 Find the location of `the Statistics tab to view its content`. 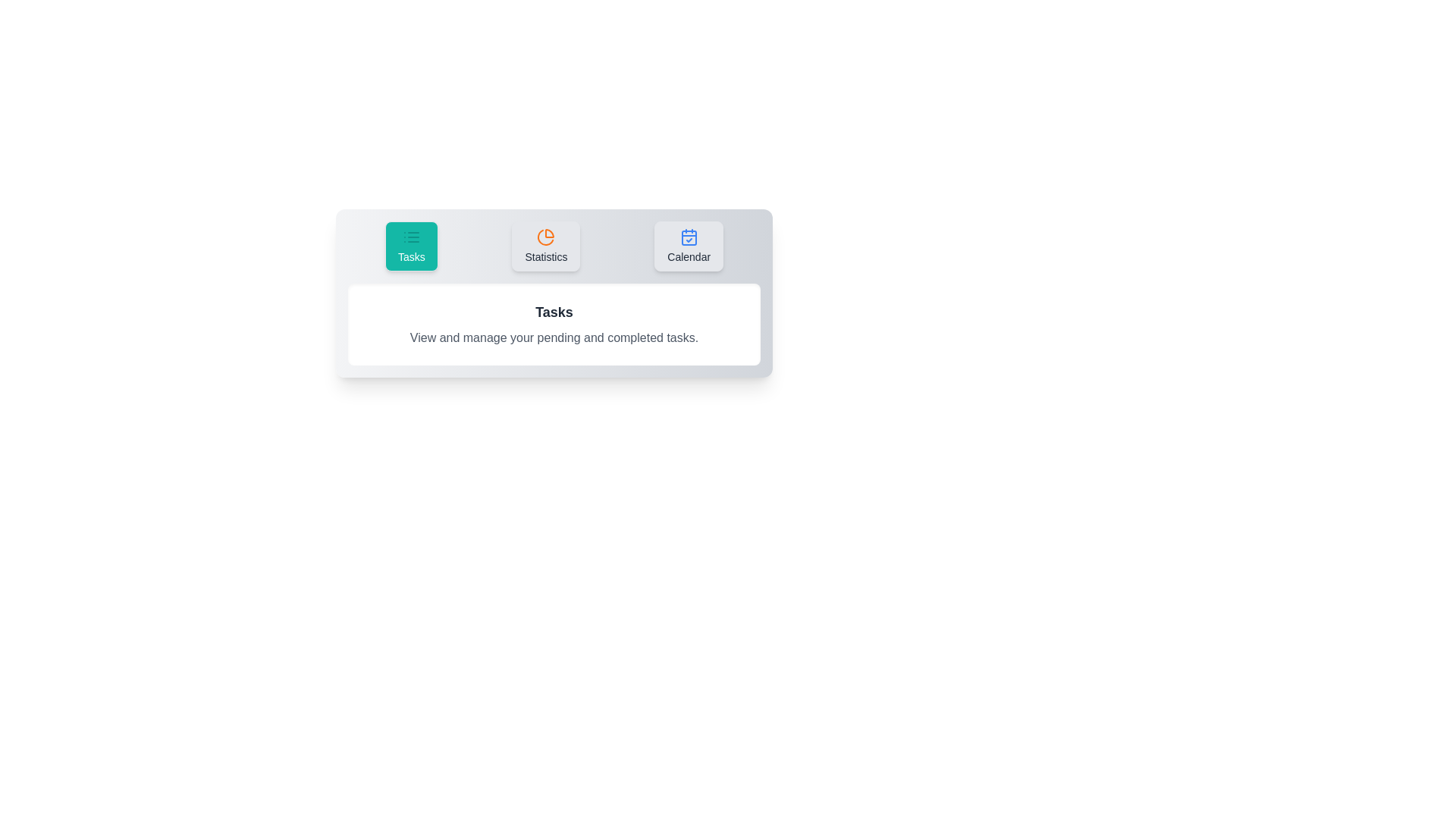

the Statistics tab to view its content is located at coordinates (546, 245).